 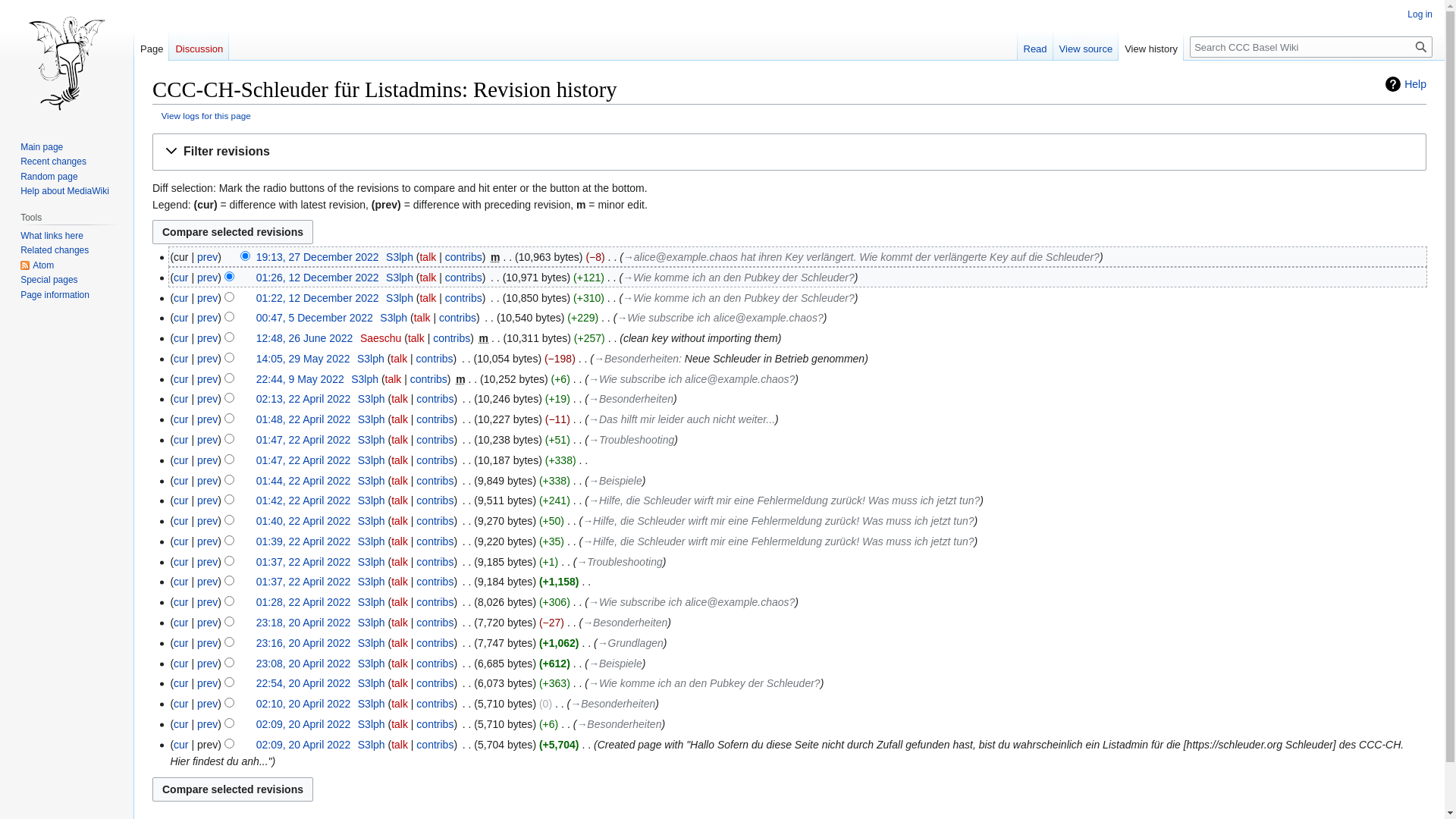 What do you see at coordinates (381, 337) in the screenshot?
I see `'Saeschu'` at bounding box center [381, 337].